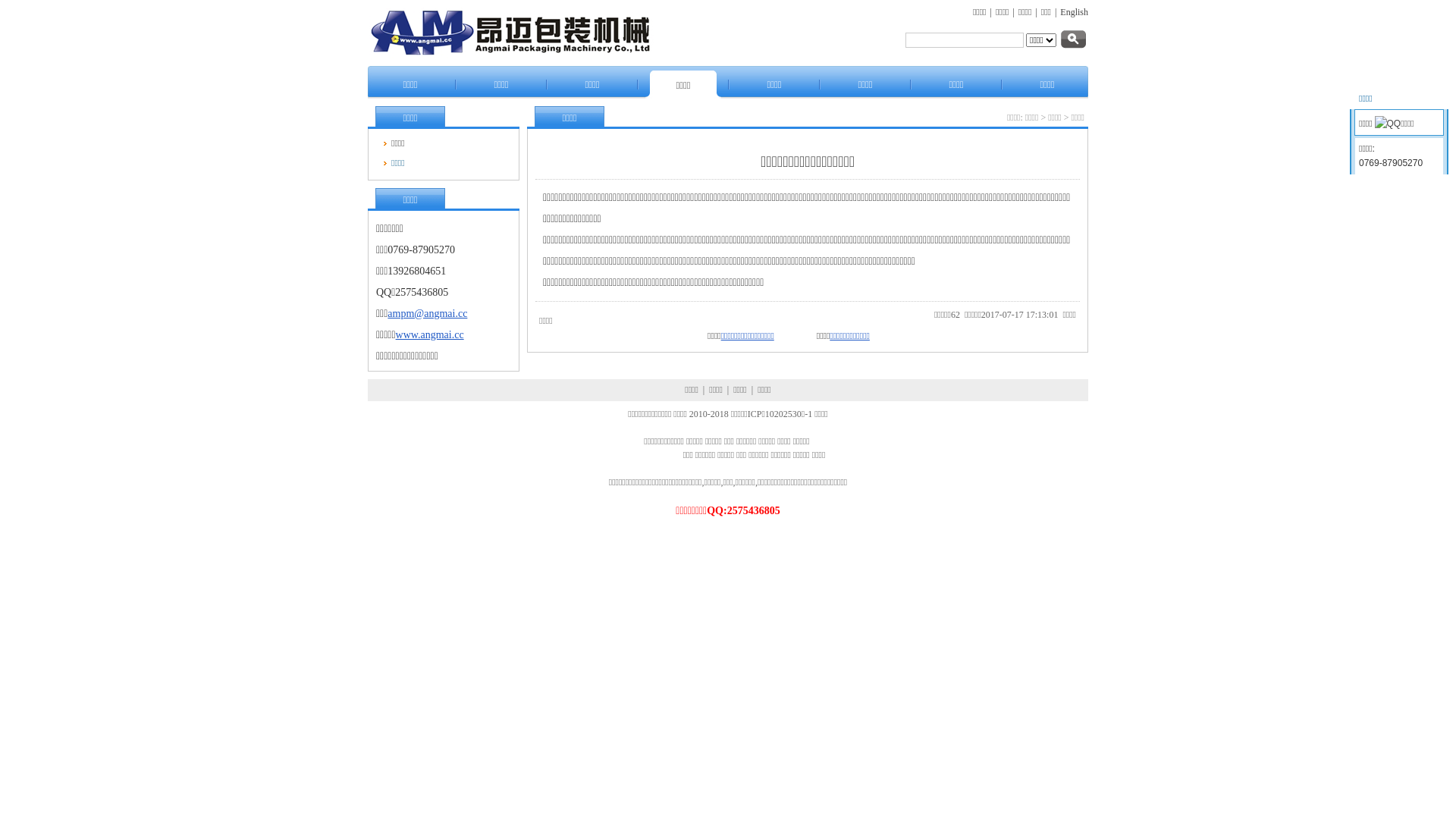 Image resolution: width=1456 pixels, height=819 pixels. What do you see at coordinates (387, 312) in the screenshot?
I see `'ampm@angmai.cc'` at bounding box center [387, 312].